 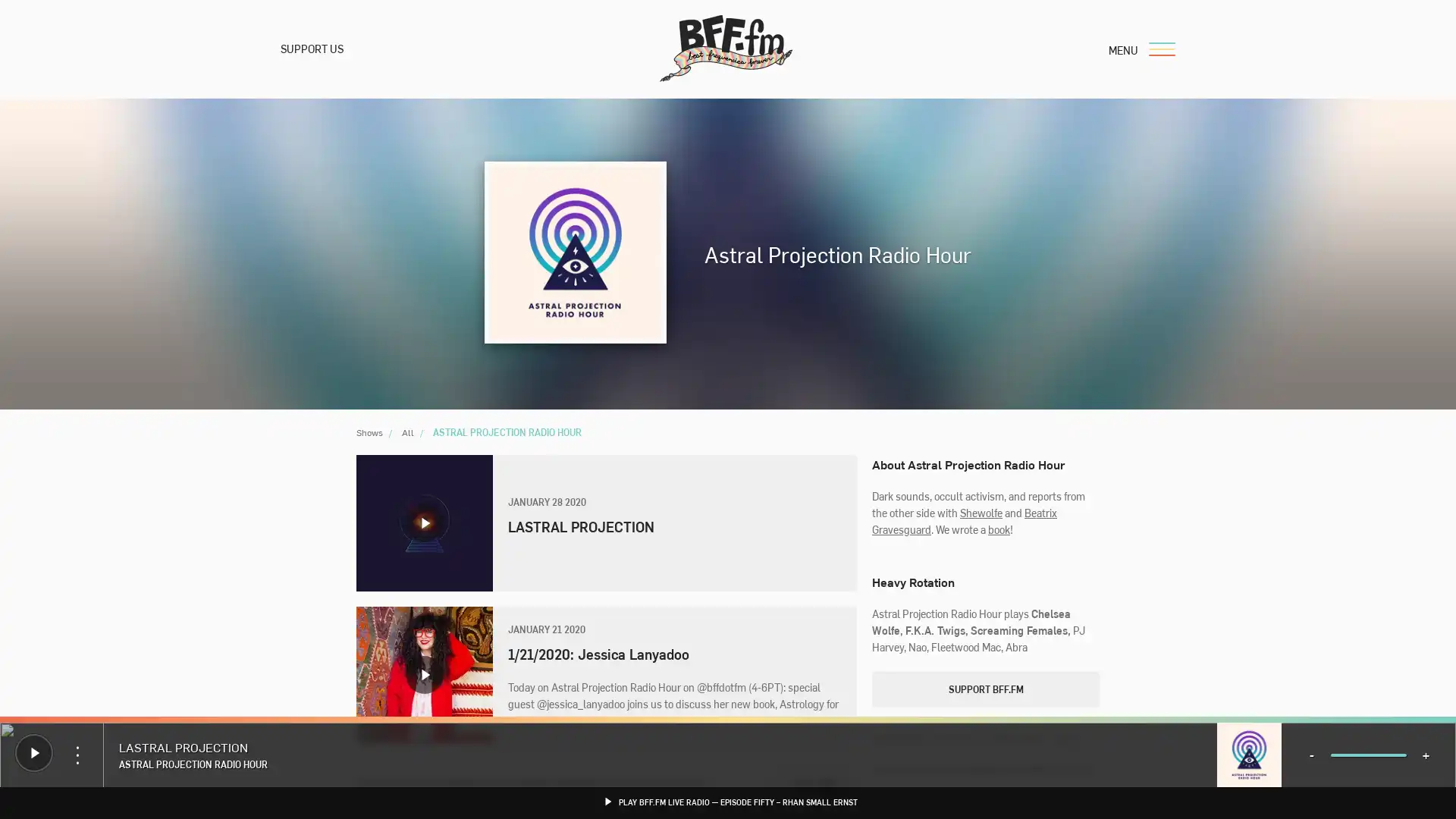 What do you see at coordinates (33, 752) in the screenshot?
I see `Play` at bounding box center [33, 752].